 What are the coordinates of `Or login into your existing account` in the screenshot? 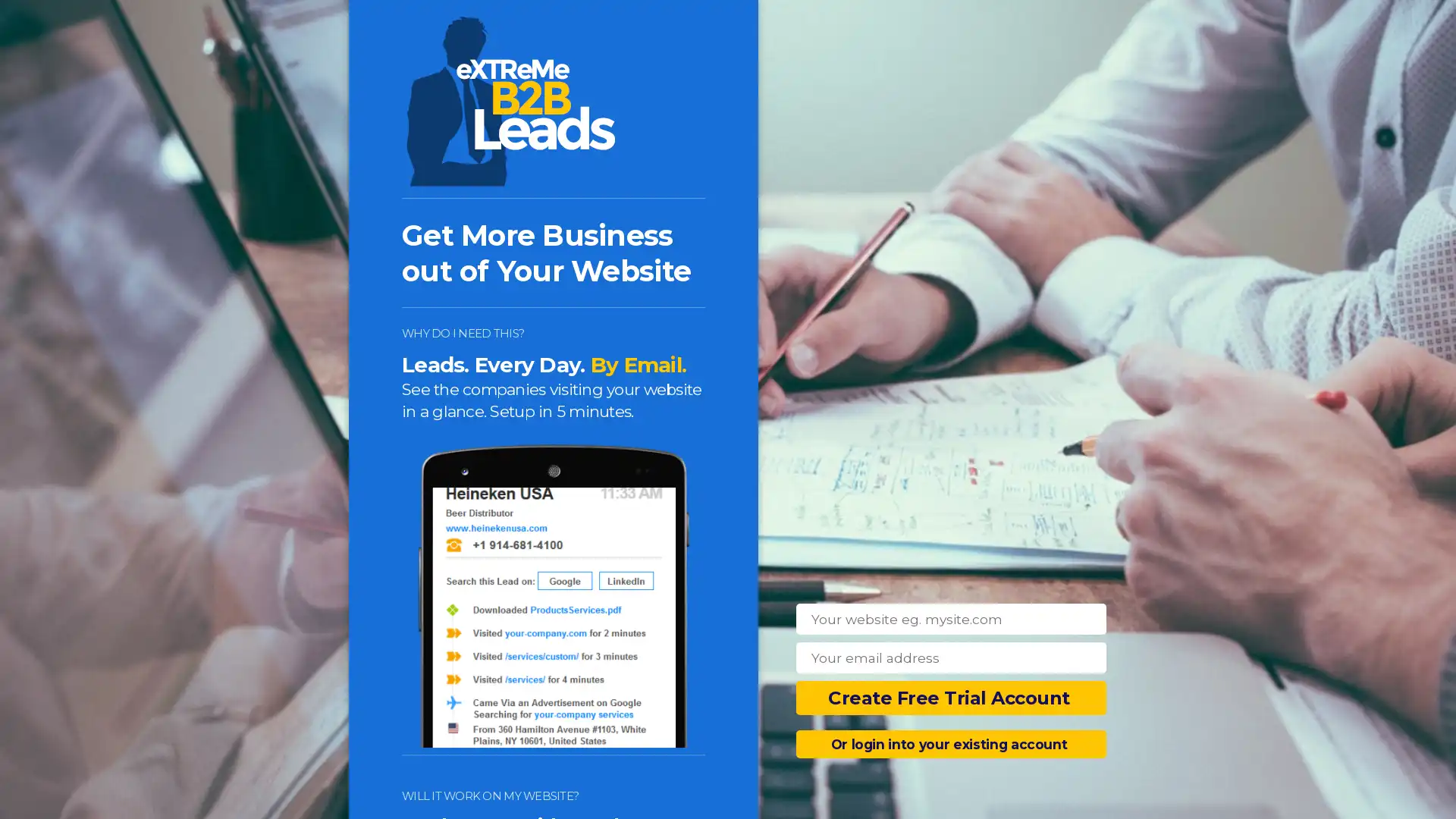 It's located at (950, 743).